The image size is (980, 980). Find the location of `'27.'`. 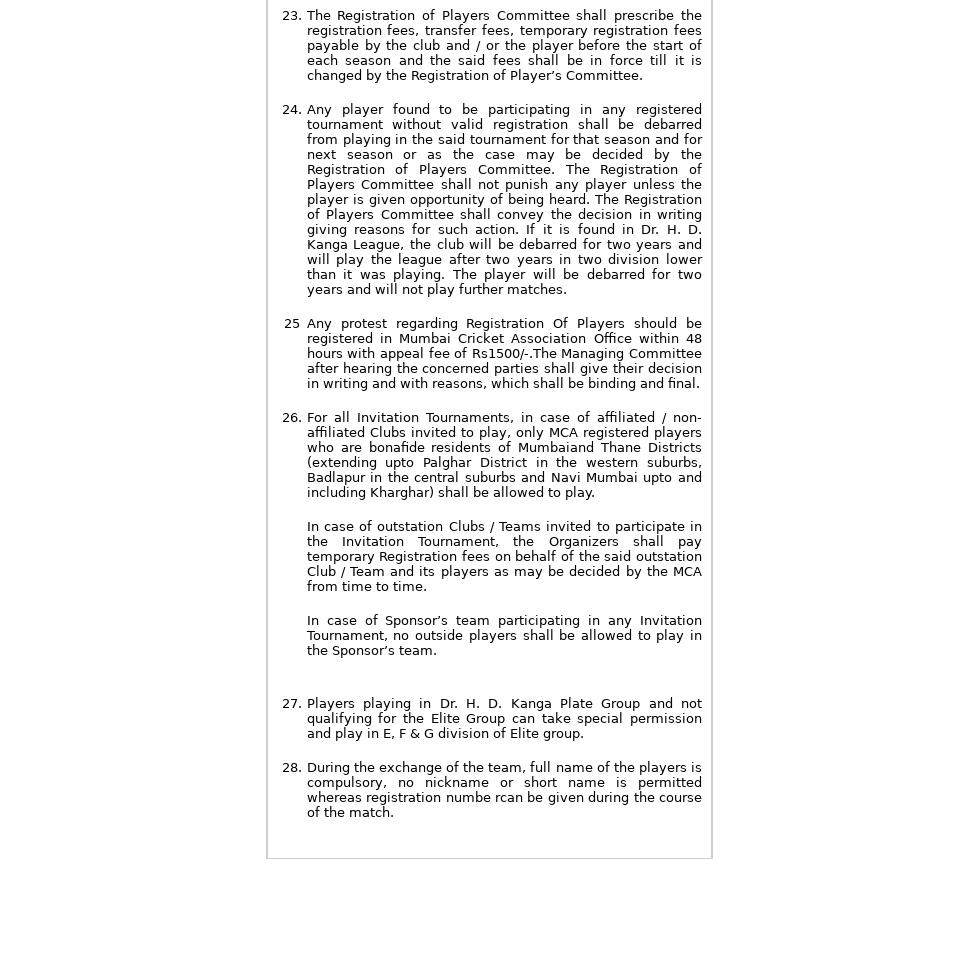

'27.' is located at coordinates (290, 703).